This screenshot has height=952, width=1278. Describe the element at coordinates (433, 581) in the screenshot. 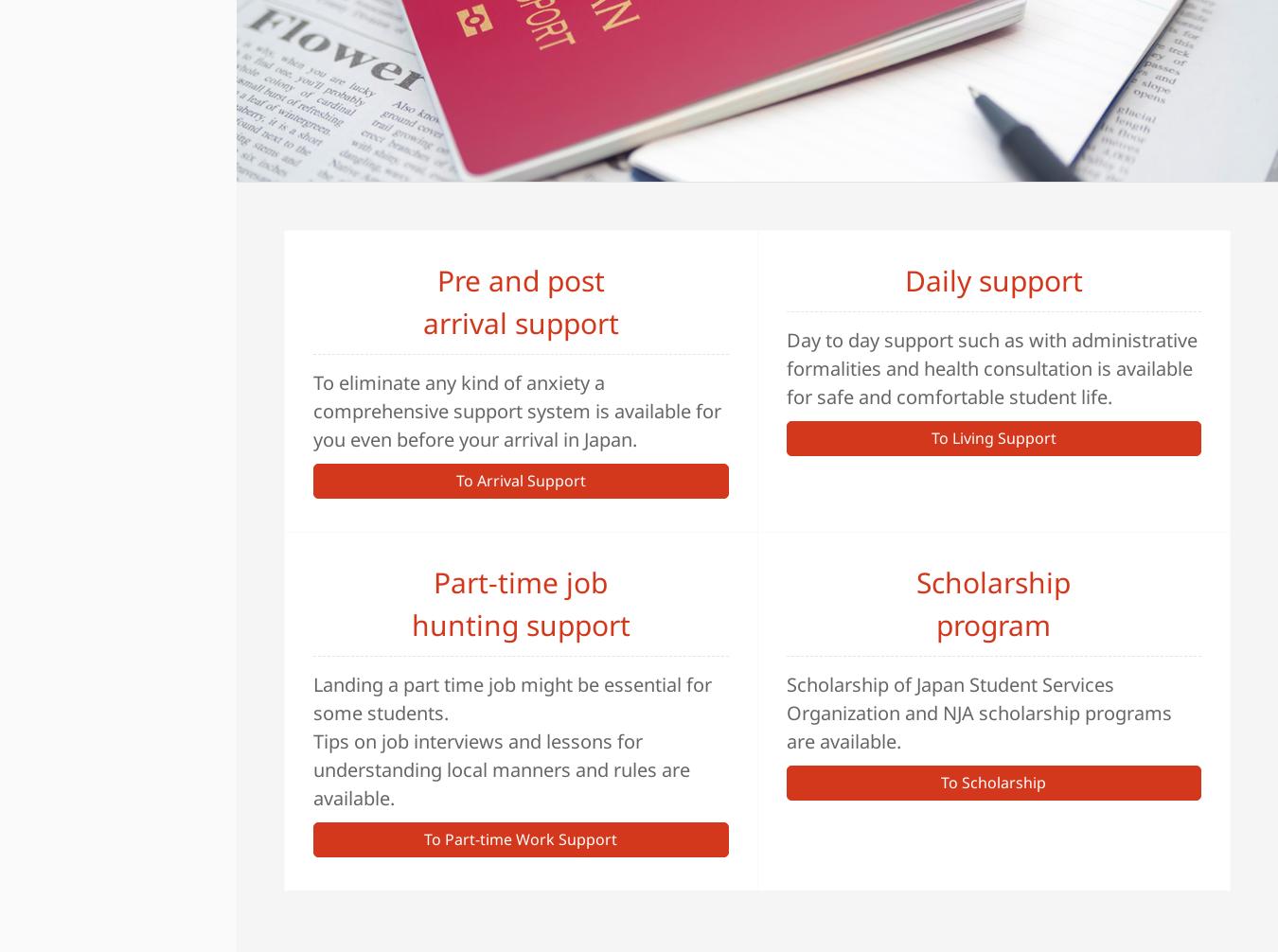

I see `'Part-time job'` at that location.